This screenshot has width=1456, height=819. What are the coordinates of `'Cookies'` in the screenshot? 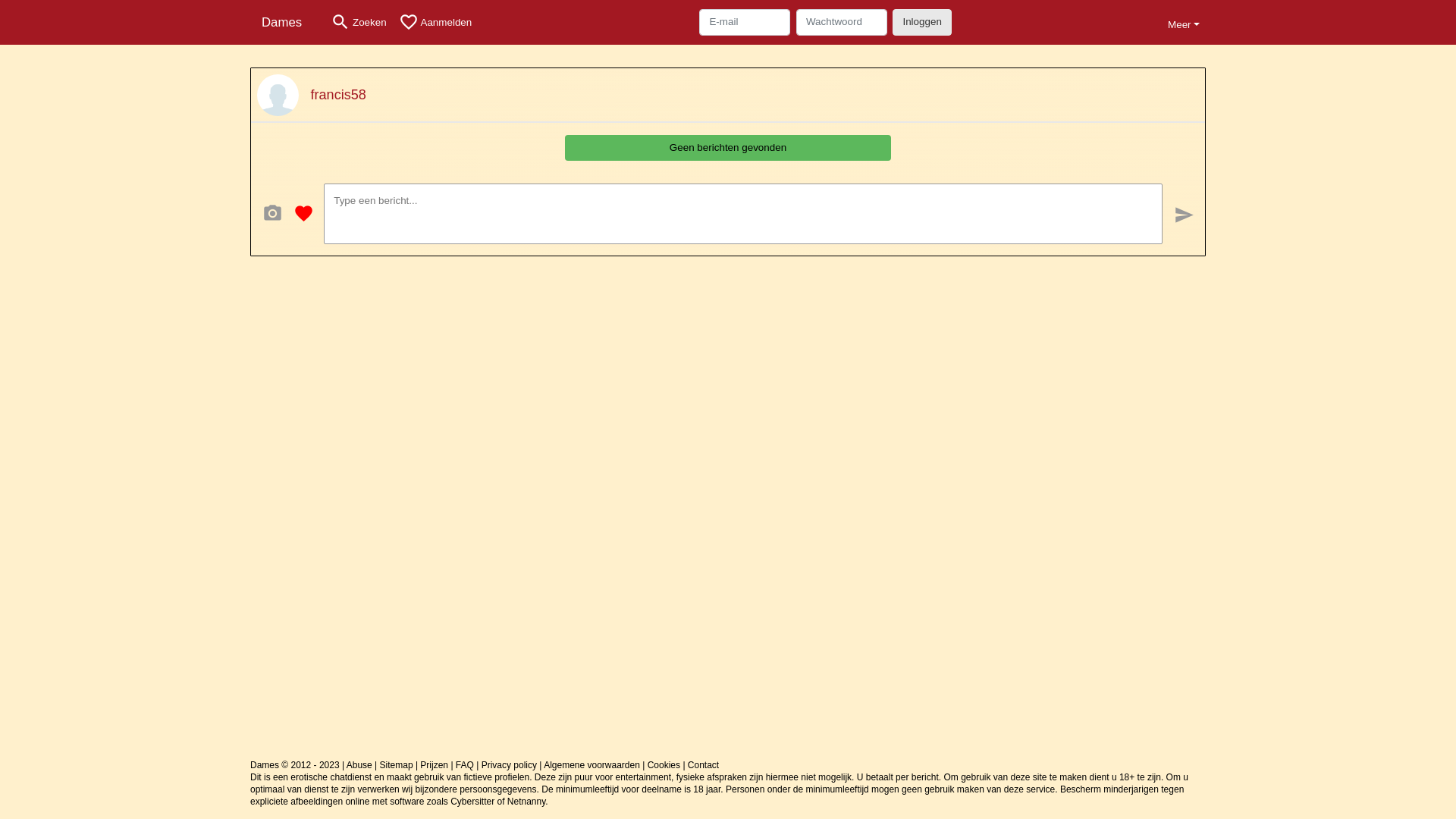 It's located at (648, 765).